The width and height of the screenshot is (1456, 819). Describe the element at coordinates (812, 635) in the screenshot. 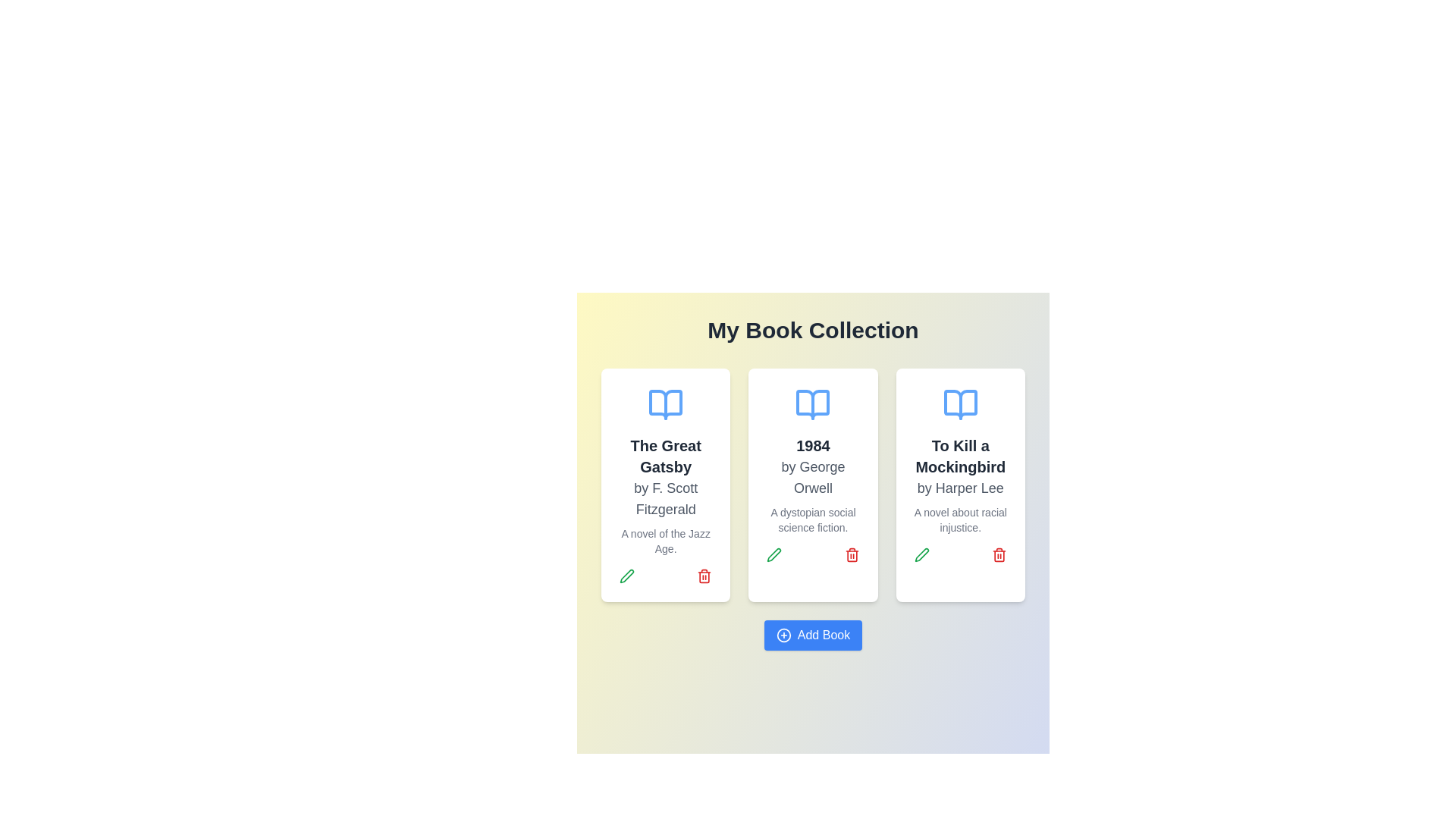

I see `the button that initiates the addition of a new book to the collection, located at the bottom of the 'My Book Collection' interface section` at that location.